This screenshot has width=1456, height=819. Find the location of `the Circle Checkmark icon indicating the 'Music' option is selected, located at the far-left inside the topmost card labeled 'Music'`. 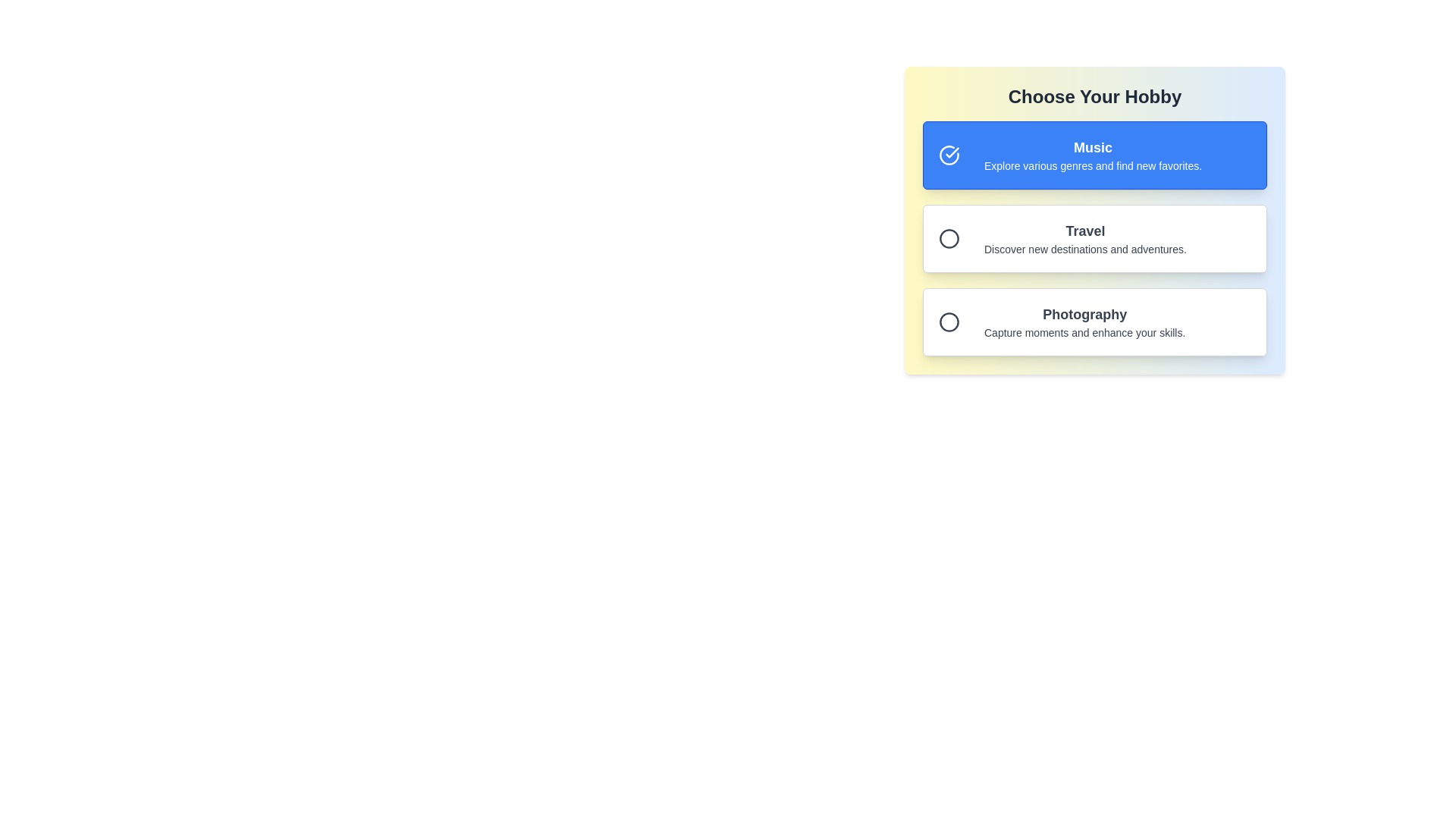

the Circle Checkmark icon indicating the 'Music' option is selected, located at the far-left inside the topmost card labeled 'Music' is located at coordinates (949, 155).